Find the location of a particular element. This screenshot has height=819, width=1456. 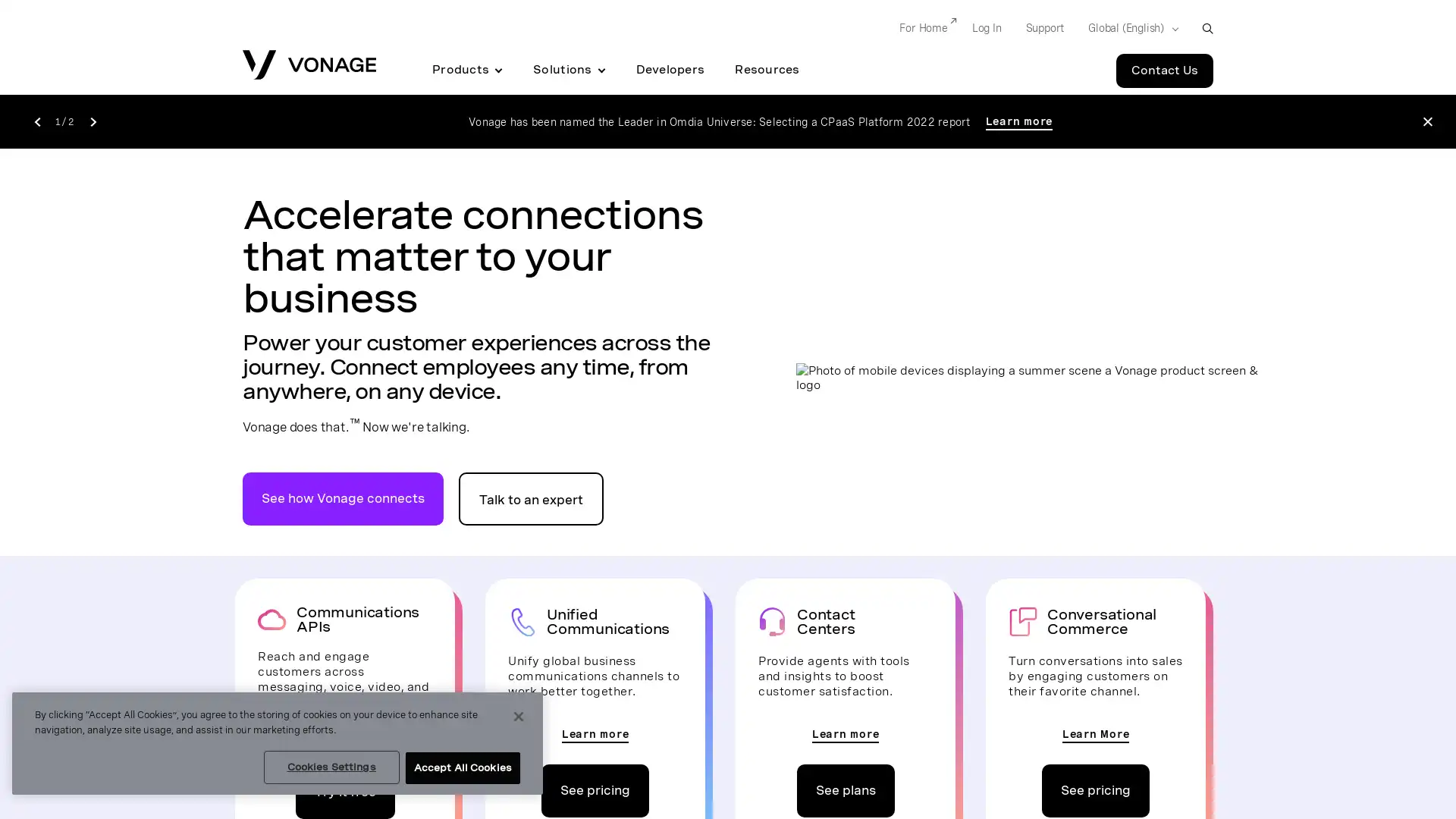

open site search box is located at coordinates (1207, 28).